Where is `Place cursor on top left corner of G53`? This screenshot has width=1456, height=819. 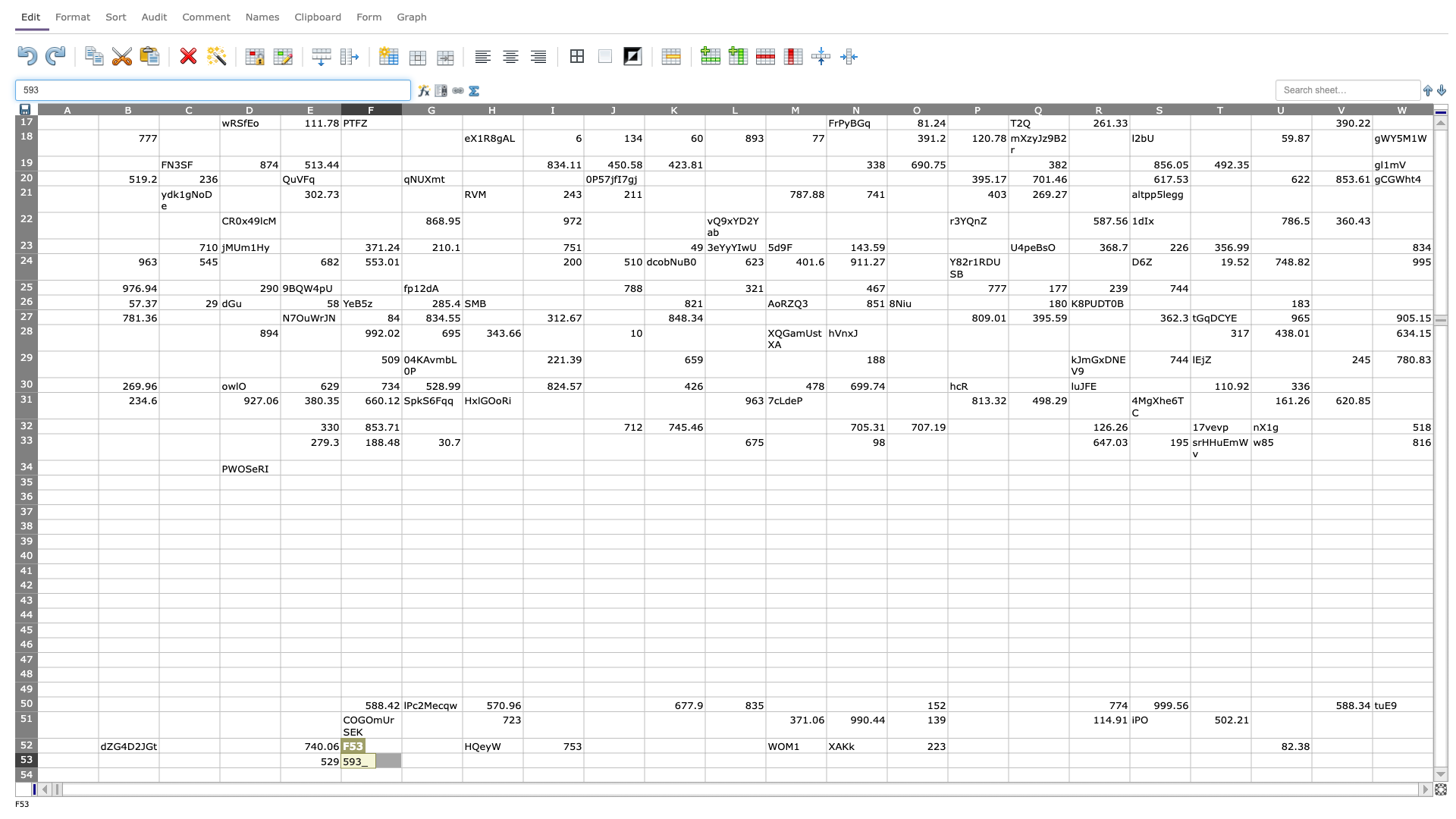 Place cursor on top left corner of G53 is located at coordinates (401, 752).